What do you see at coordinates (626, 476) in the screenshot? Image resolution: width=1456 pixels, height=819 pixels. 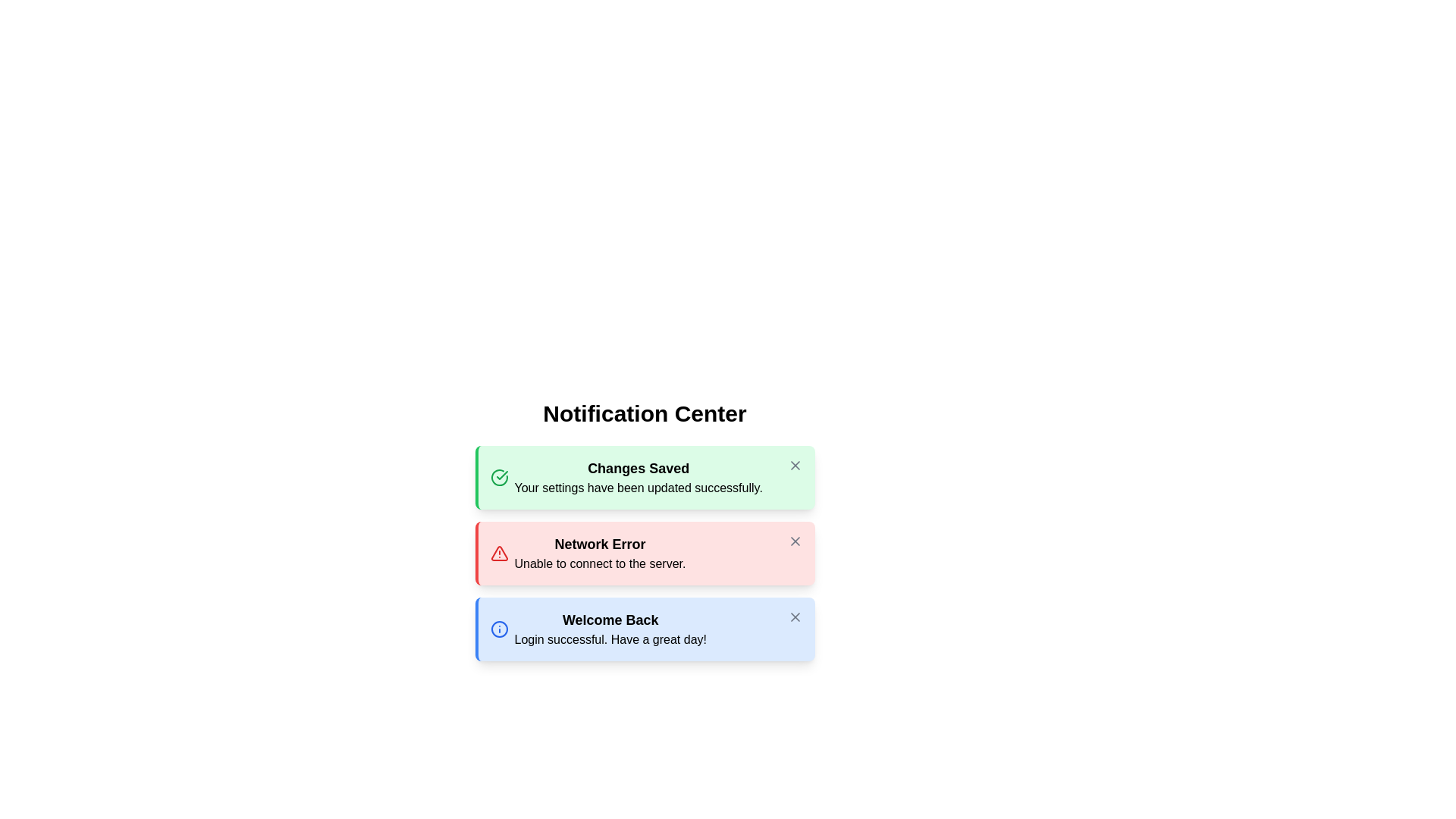 I see `the 'Changes Saved' notification message displayed in the topmost notification card with a green background, which includes a checkmark icon to the left` at bounding box center [626, 476].